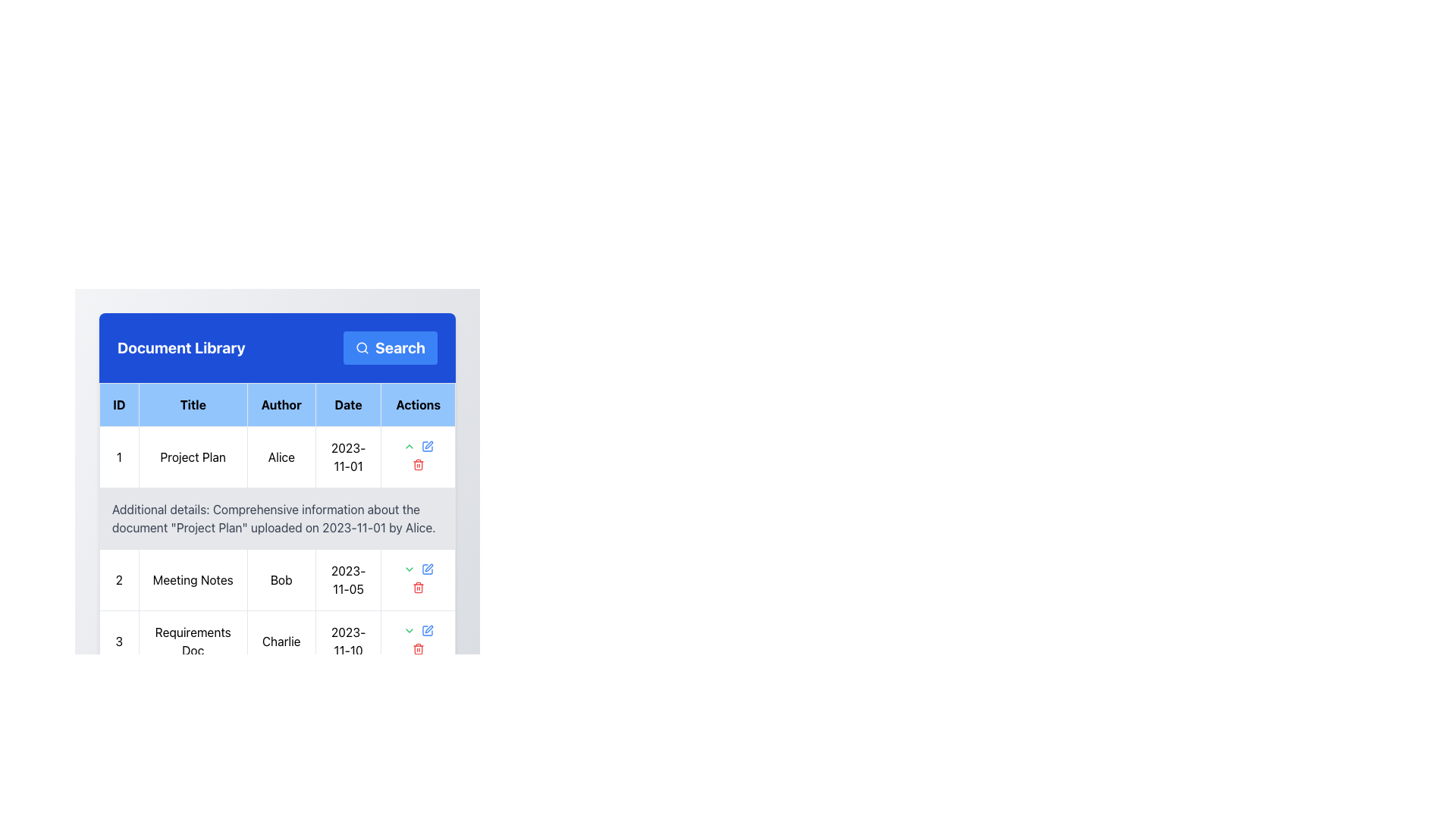  I want to click on the editing button represented by a pen-like icon in the 'Actions' column of the table for the document 'Meeting Notes' by 'Bob' dated '2023-11-05', so click(428, 567).